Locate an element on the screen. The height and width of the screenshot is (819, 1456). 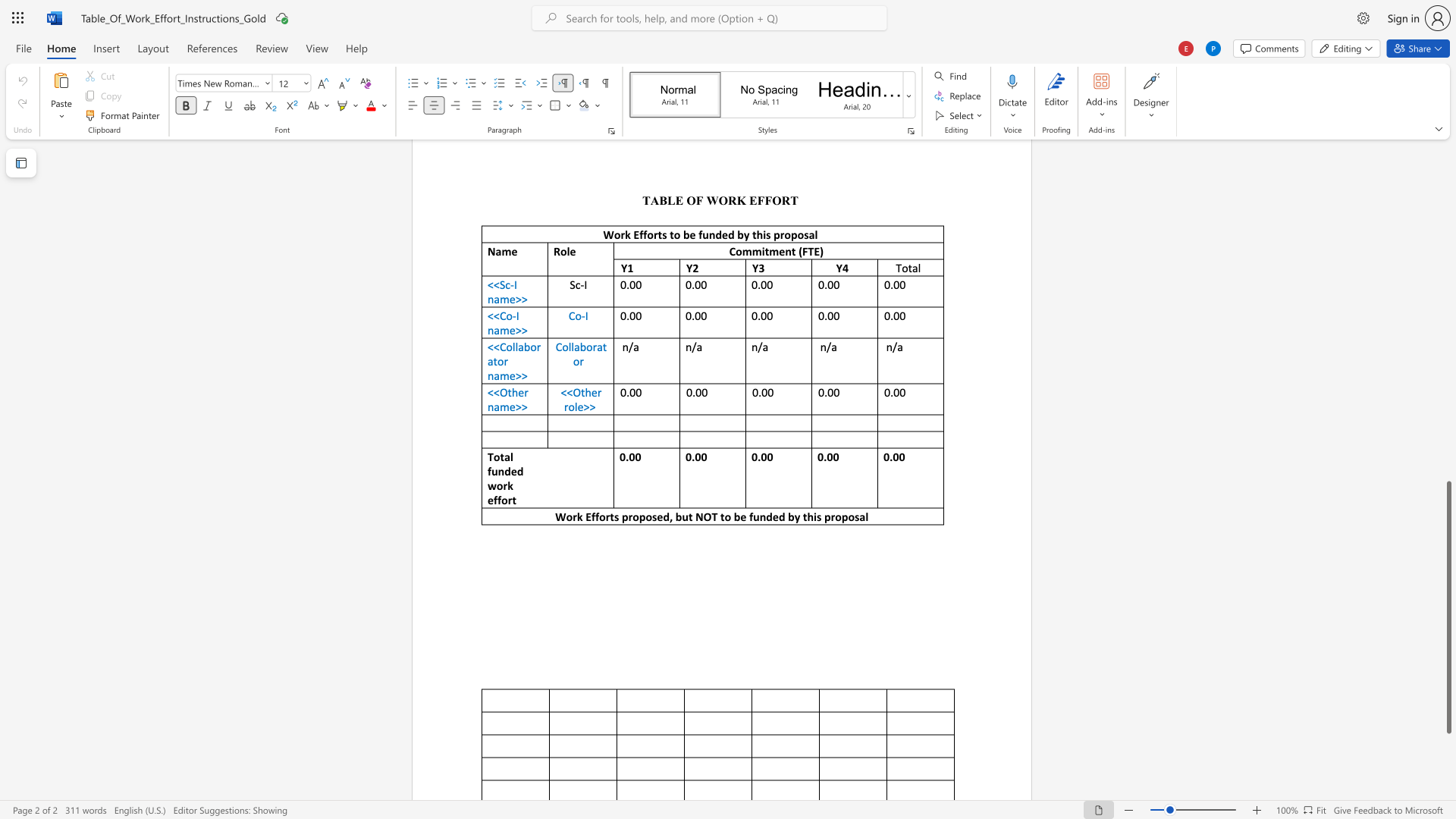
the scrollbar on the right to move the page upward is located at coordinates (1448, 424).